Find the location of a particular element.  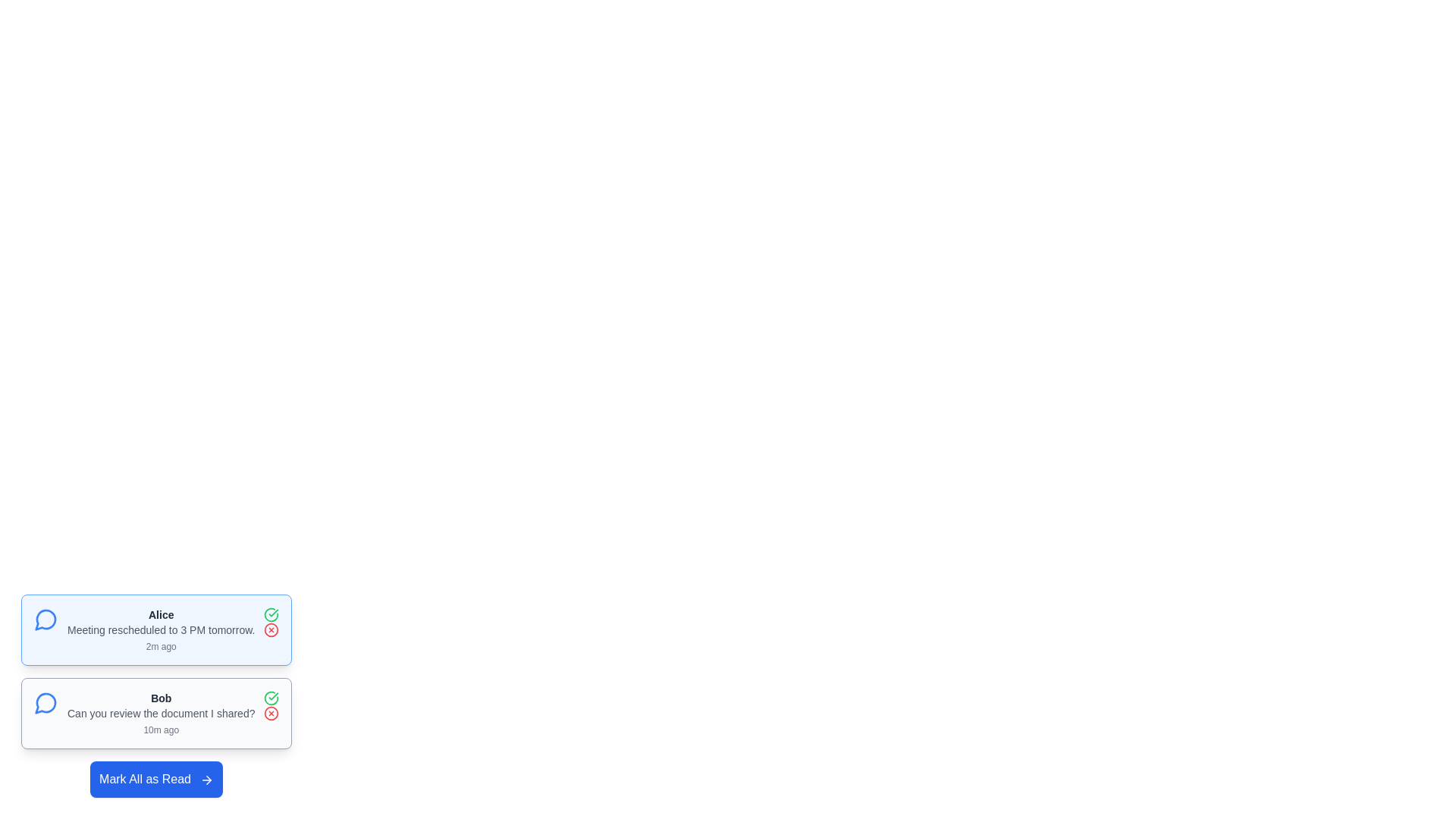

the check icon to provide feedback is located at coordinates (271, 614).